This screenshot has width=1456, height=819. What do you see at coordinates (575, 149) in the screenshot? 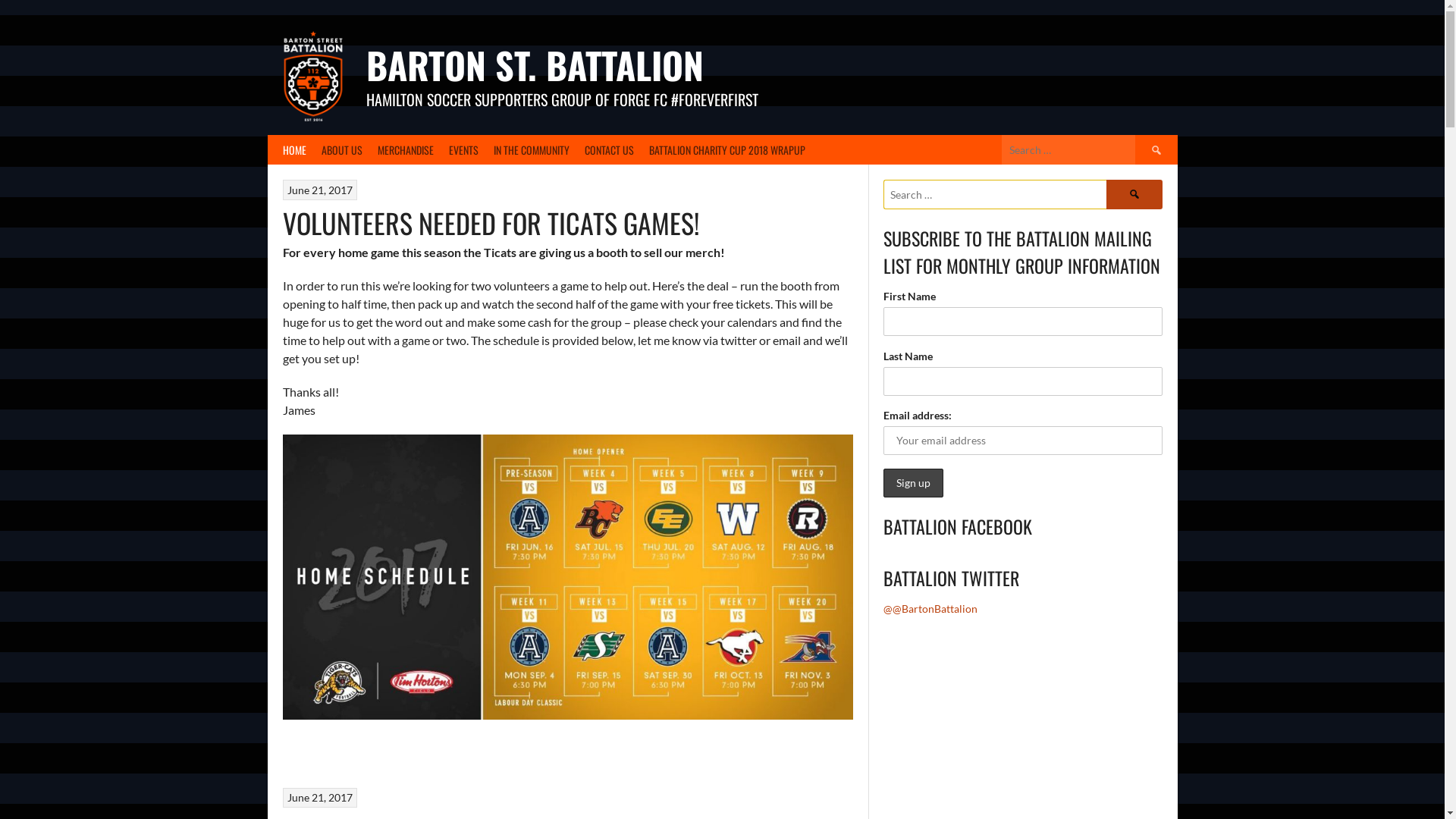
I see `'CONTACT US'` at bounding box center [575, 149].